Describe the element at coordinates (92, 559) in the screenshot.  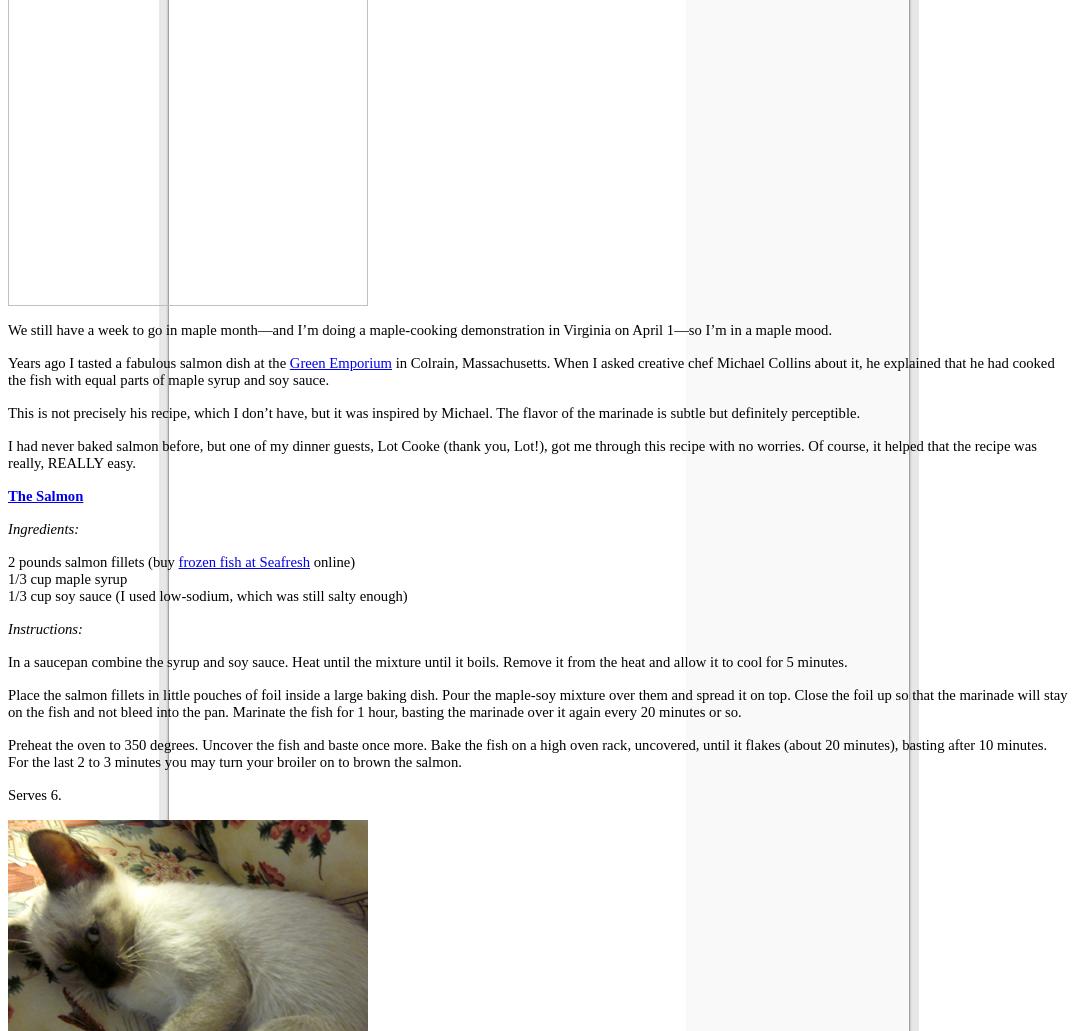
I see `'2 pounds salmon fillets (buy'` at that location.